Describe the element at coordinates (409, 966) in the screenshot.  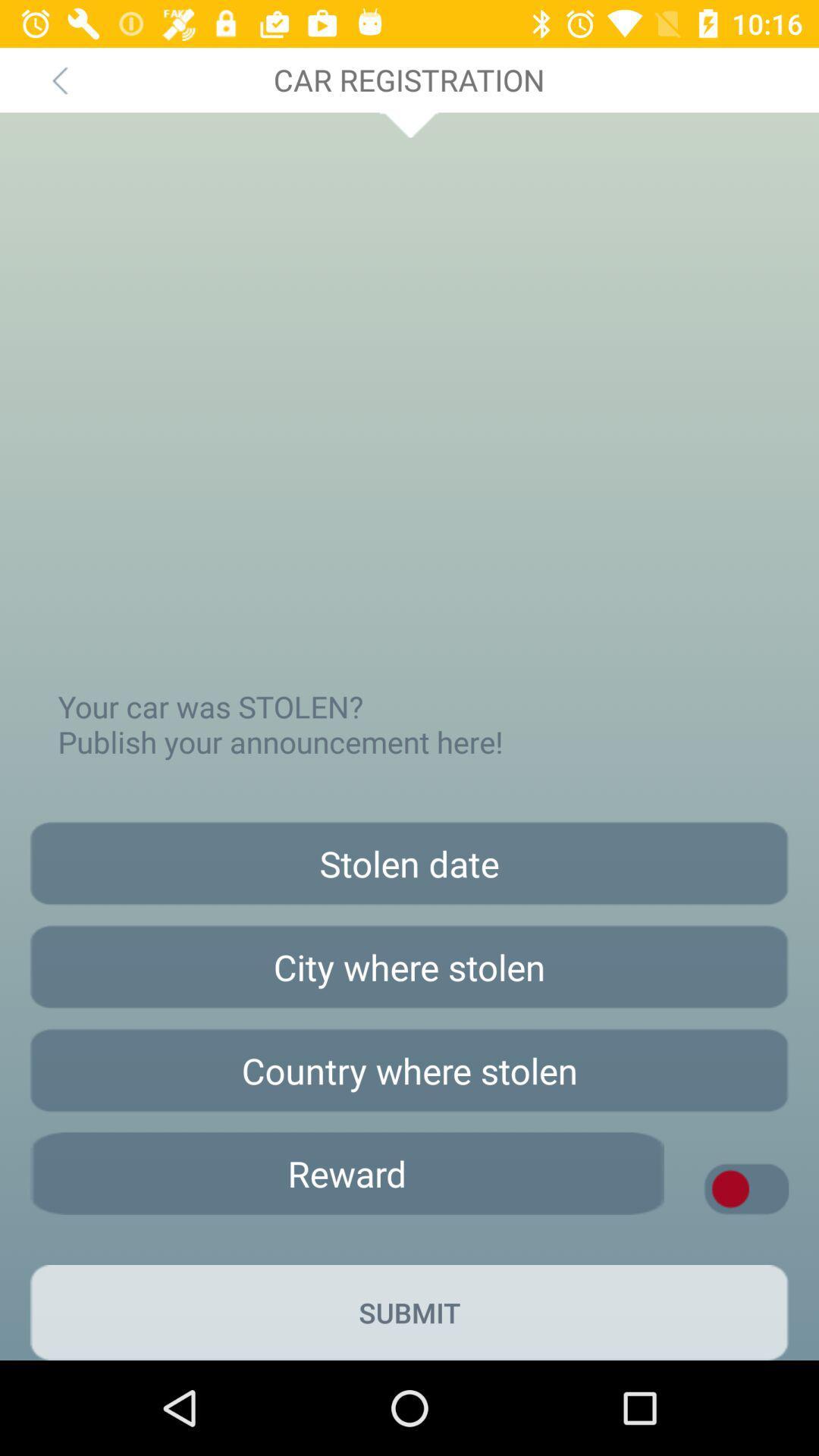
I see `share city information` at that location.